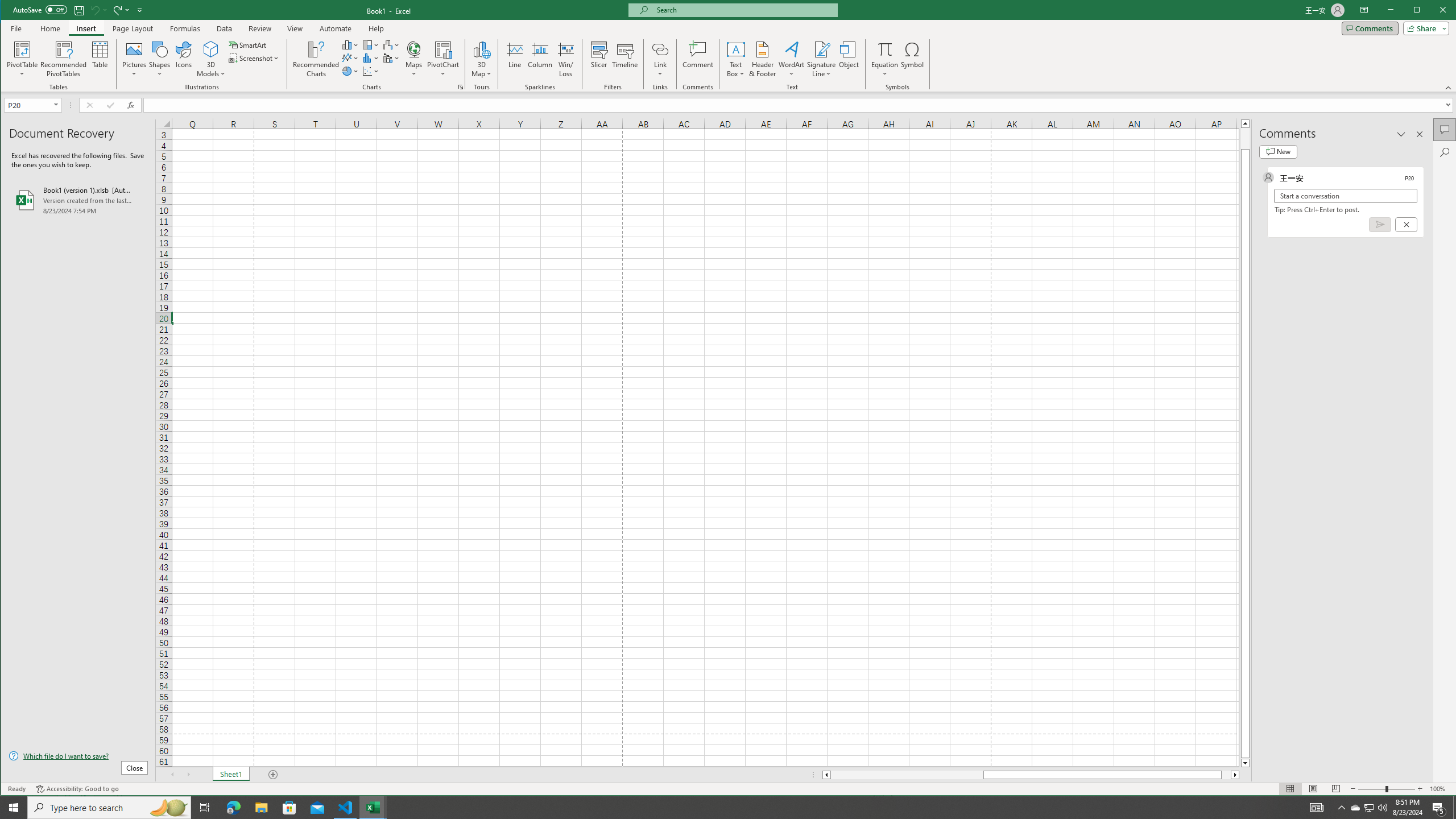 The height and width of the screenshot is (819, 1456). What do you see at coordinates (350, 58) in the screenshot?
I see `'Insert Line or Area Chart'` at bounding box center [350, 58].